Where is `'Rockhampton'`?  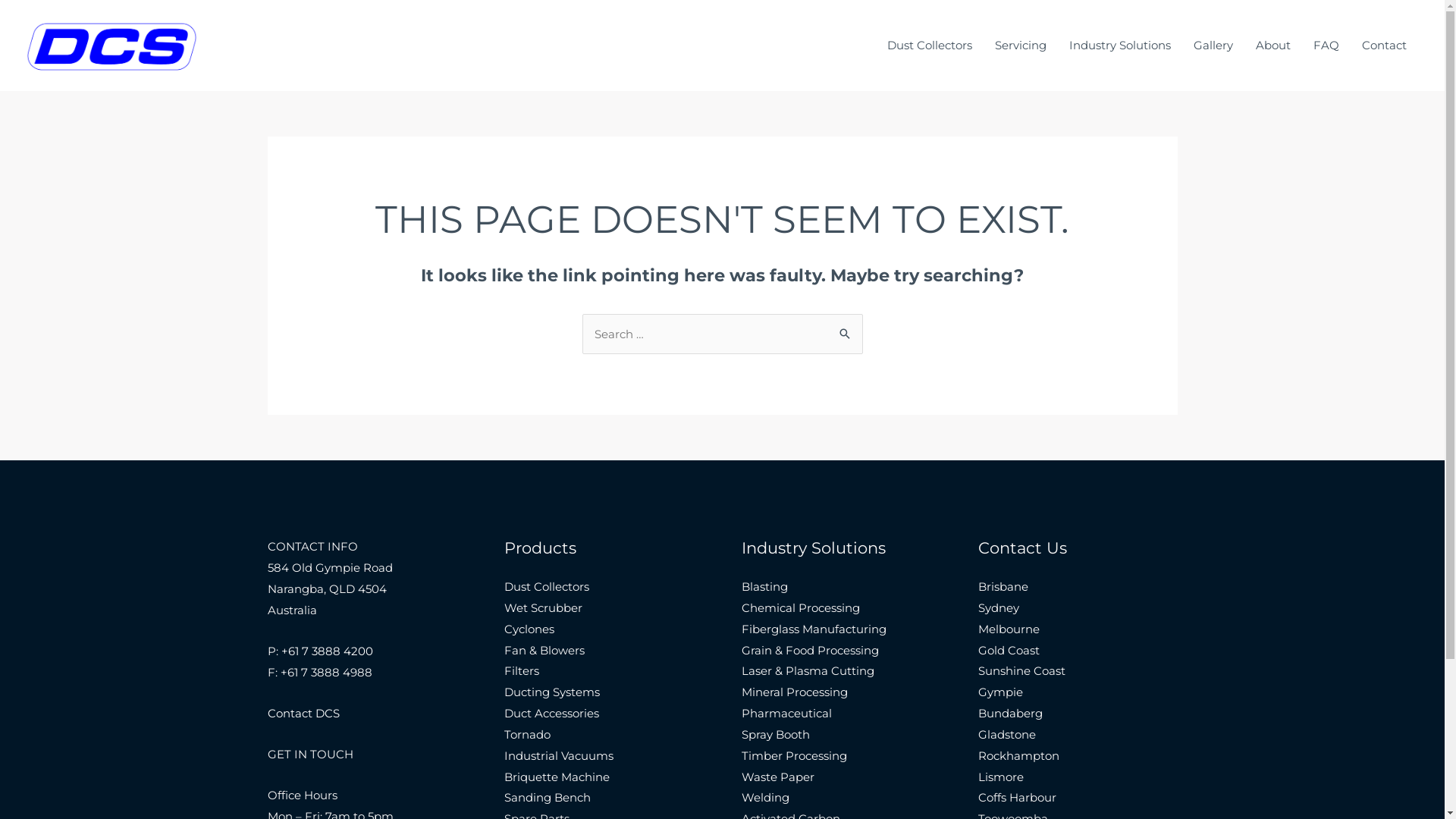 'Rockhampton' is located at coordinates (978, 755).